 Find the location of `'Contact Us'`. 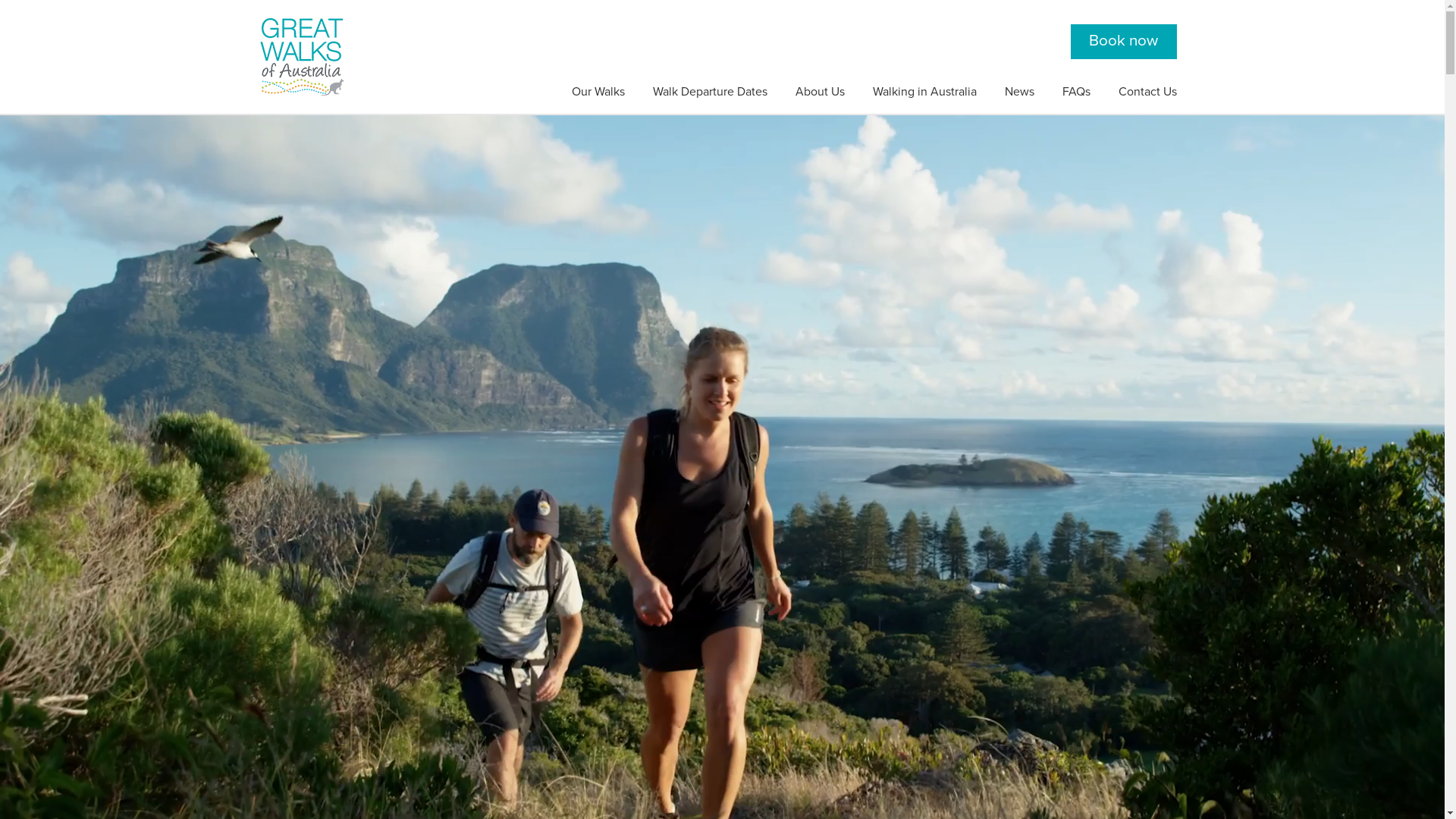

'Contact Us' is located at coordinates (1147, 93).